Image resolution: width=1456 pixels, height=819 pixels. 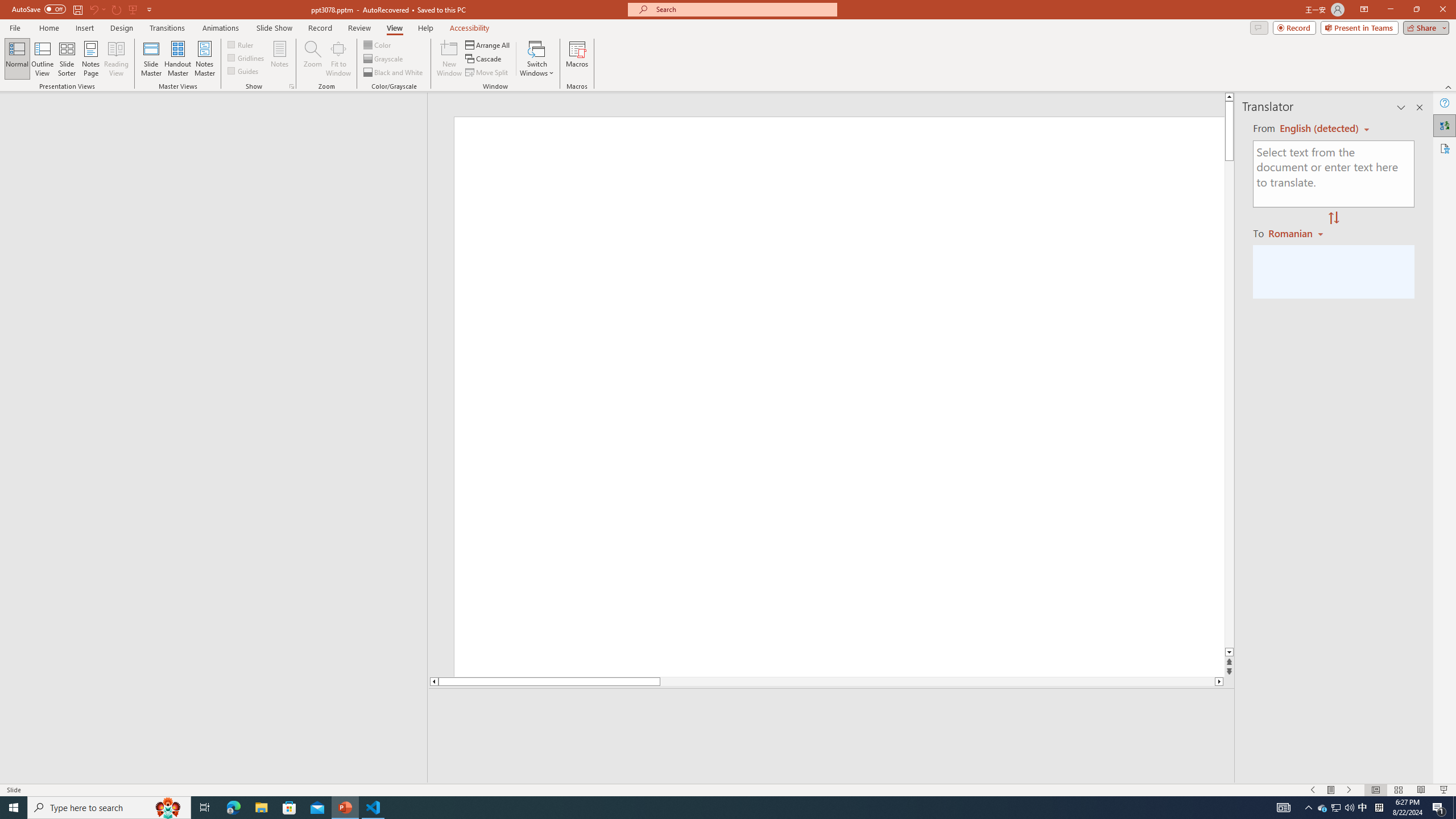 I want to click on 'Arrange All', so click(x=487, y=44).